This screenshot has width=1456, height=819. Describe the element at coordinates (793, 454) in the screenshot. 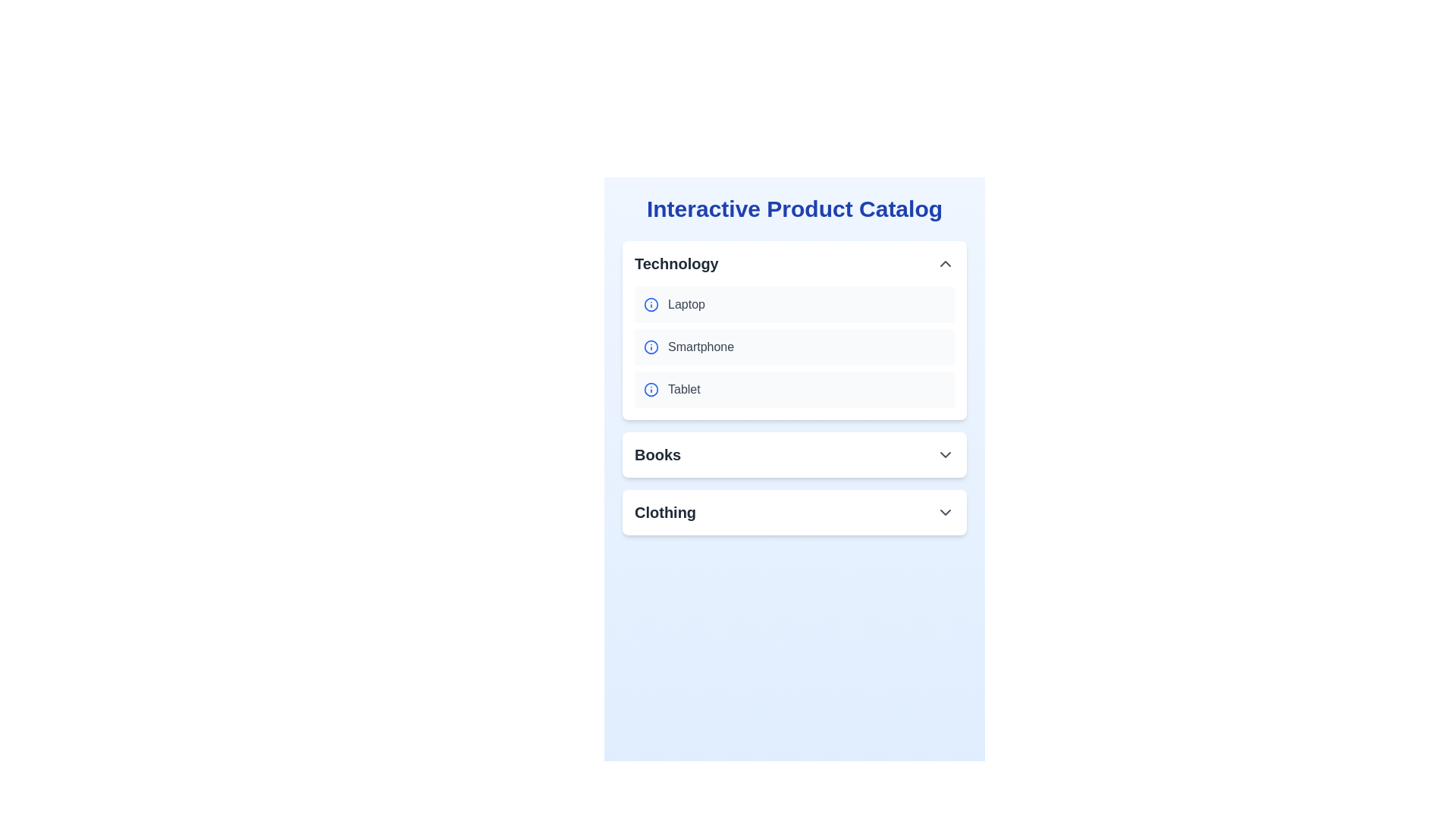

I see `the 'Books' dropdown toggle button` at that location.